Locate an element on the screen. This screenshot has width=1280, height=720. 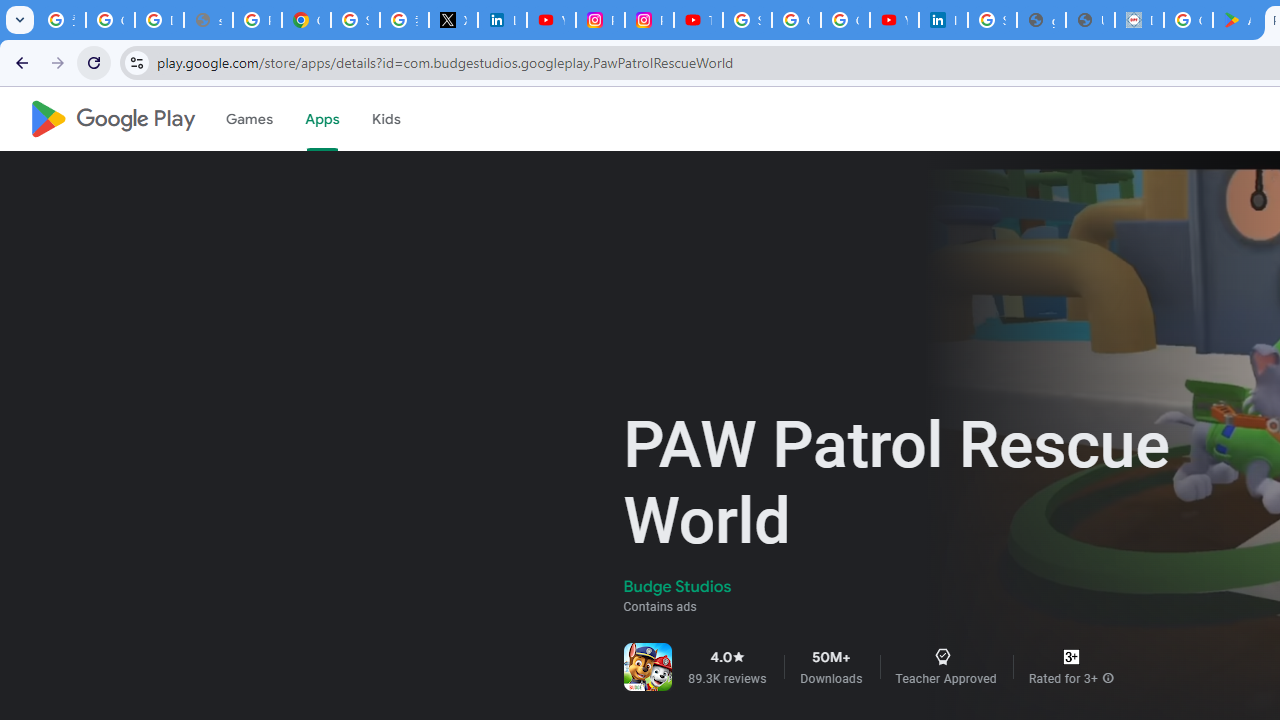
'Google Play logo' is located at coordinates (111, 119).